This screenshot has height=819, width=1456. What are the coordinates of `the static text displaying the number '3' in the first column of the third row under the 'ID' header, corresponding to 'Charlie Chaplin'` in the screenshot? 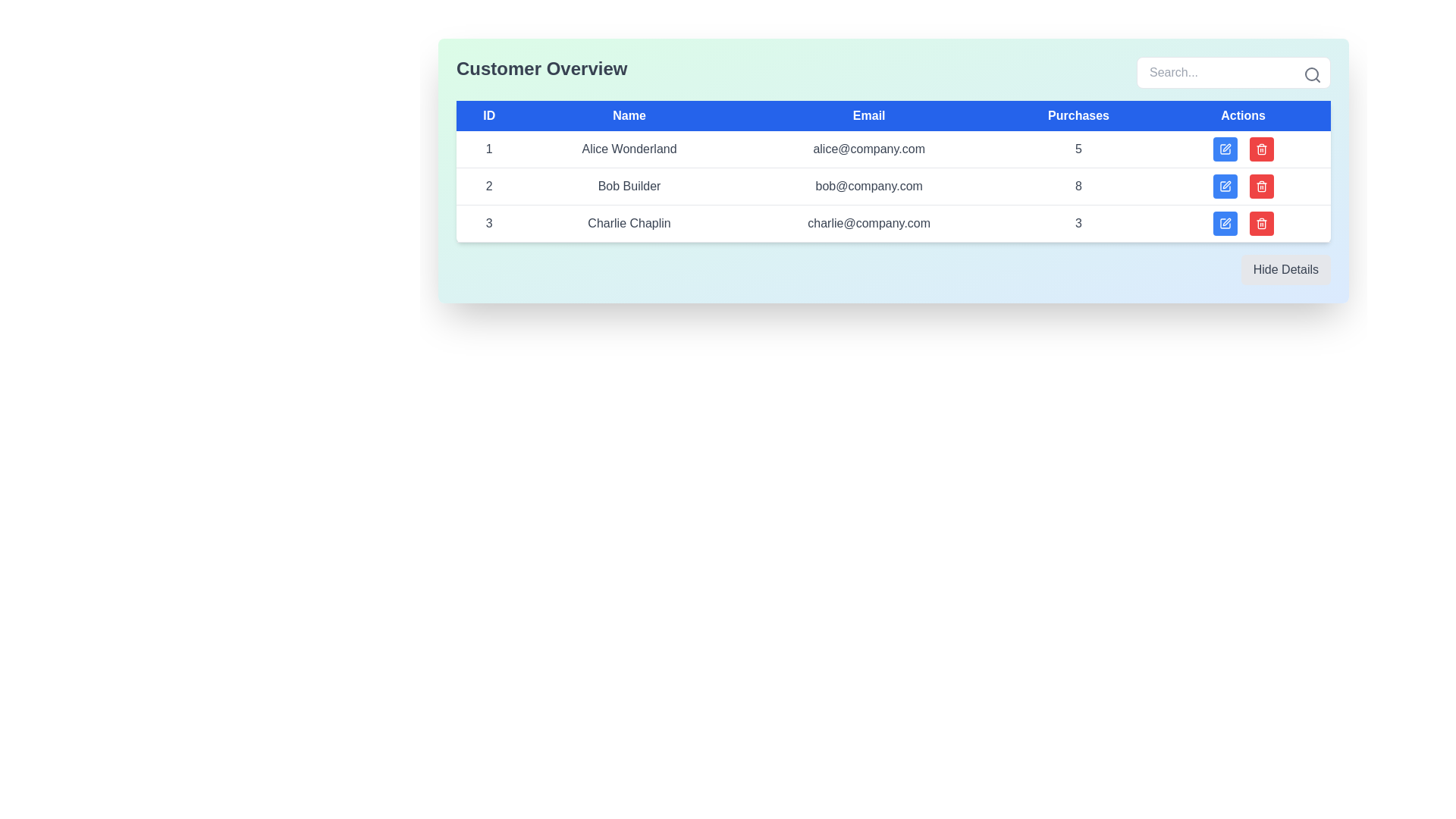 It's located at (489, 223).